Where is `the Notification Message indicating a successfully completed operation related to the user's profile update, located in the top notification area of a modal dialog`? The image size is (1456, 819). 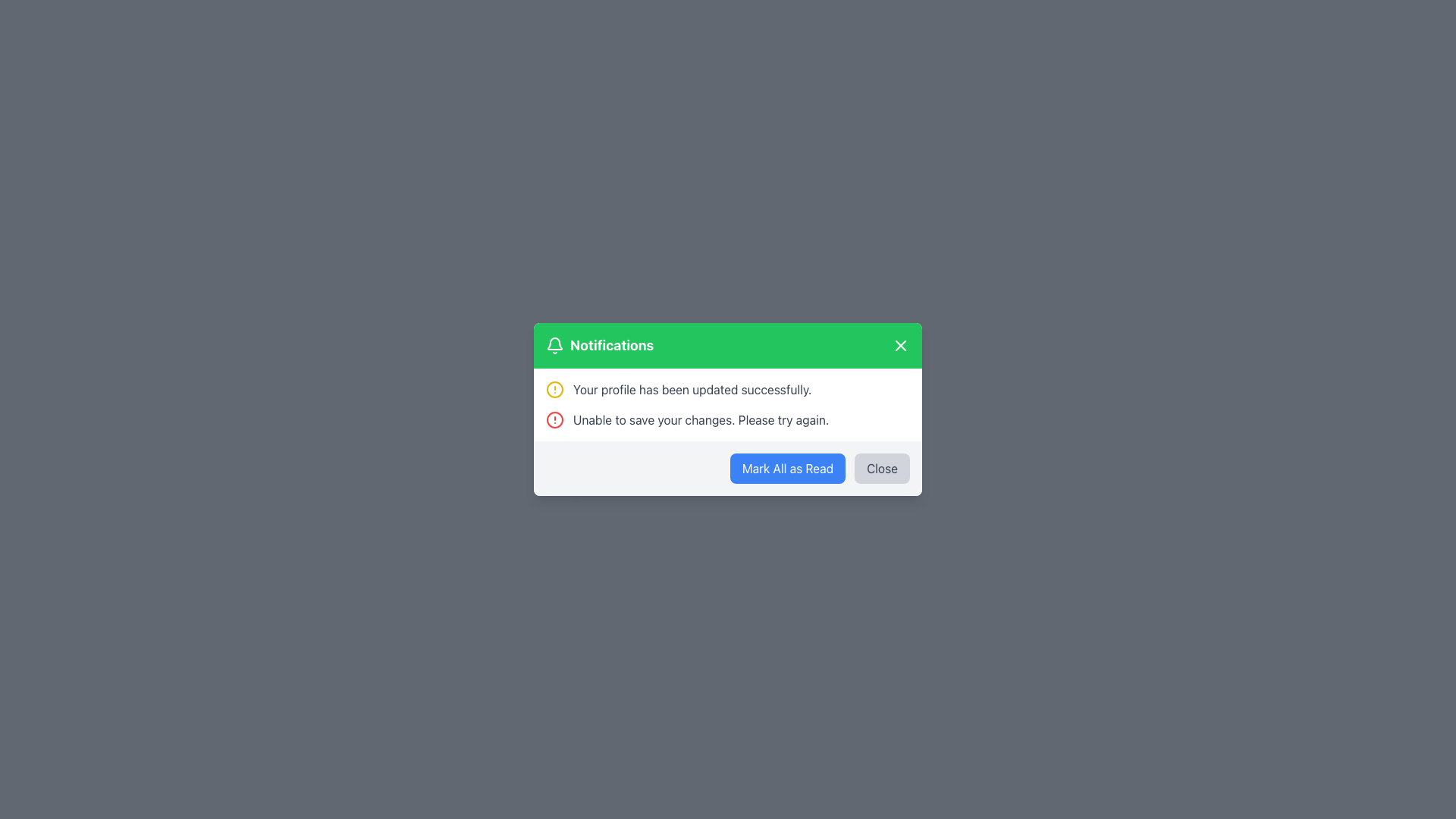
the Notification Message indicating a successfully completed operation related to the user's profile update, located in the top notification area of a modal dialog is located at coordinates (728, 388).